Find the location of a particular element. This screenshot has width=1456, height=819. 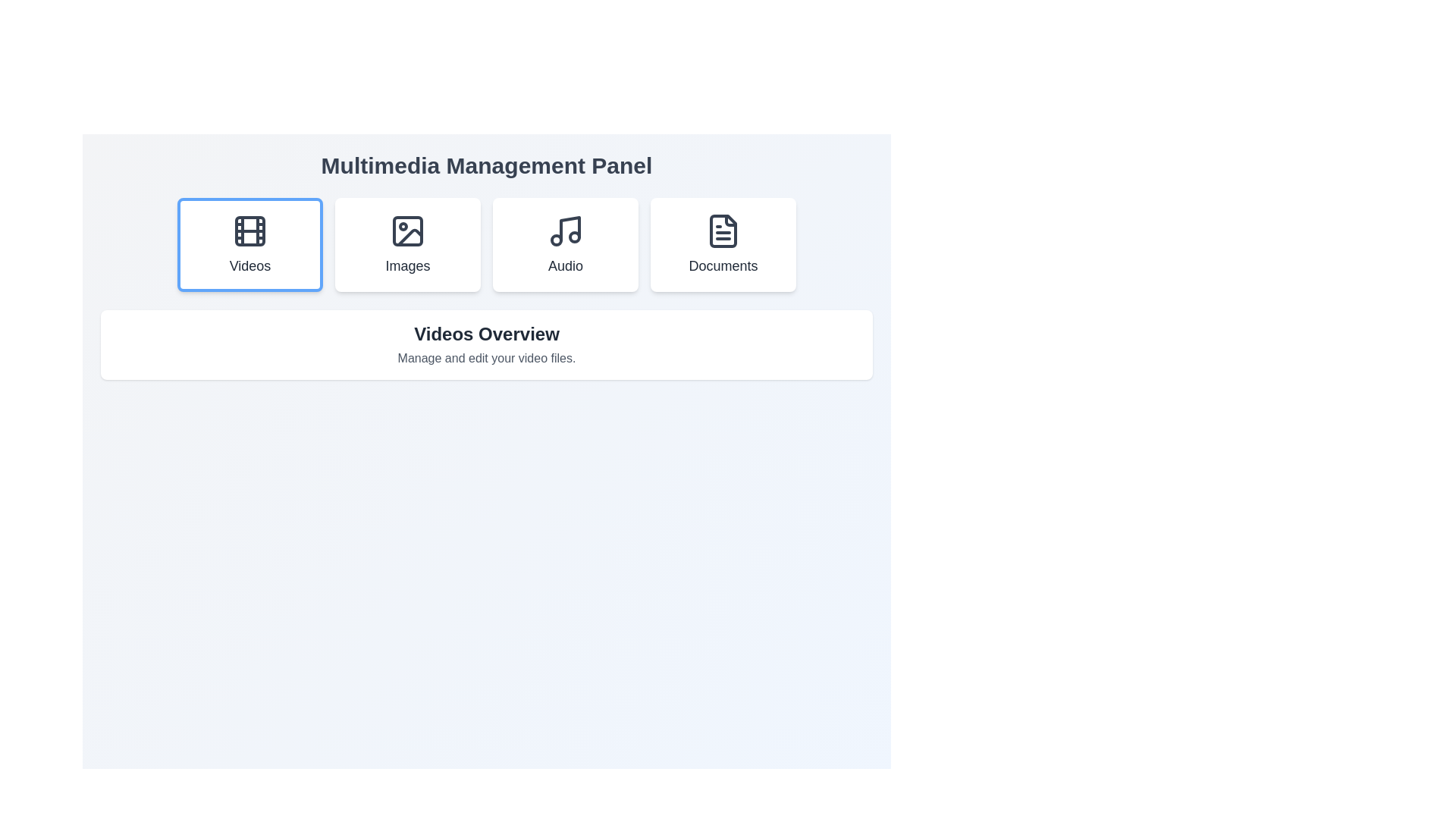

the 'Documents' icon located at the rightmost position in the row of four buttons at the top center of the multimedia management panel is located at coordinates (723, 231).